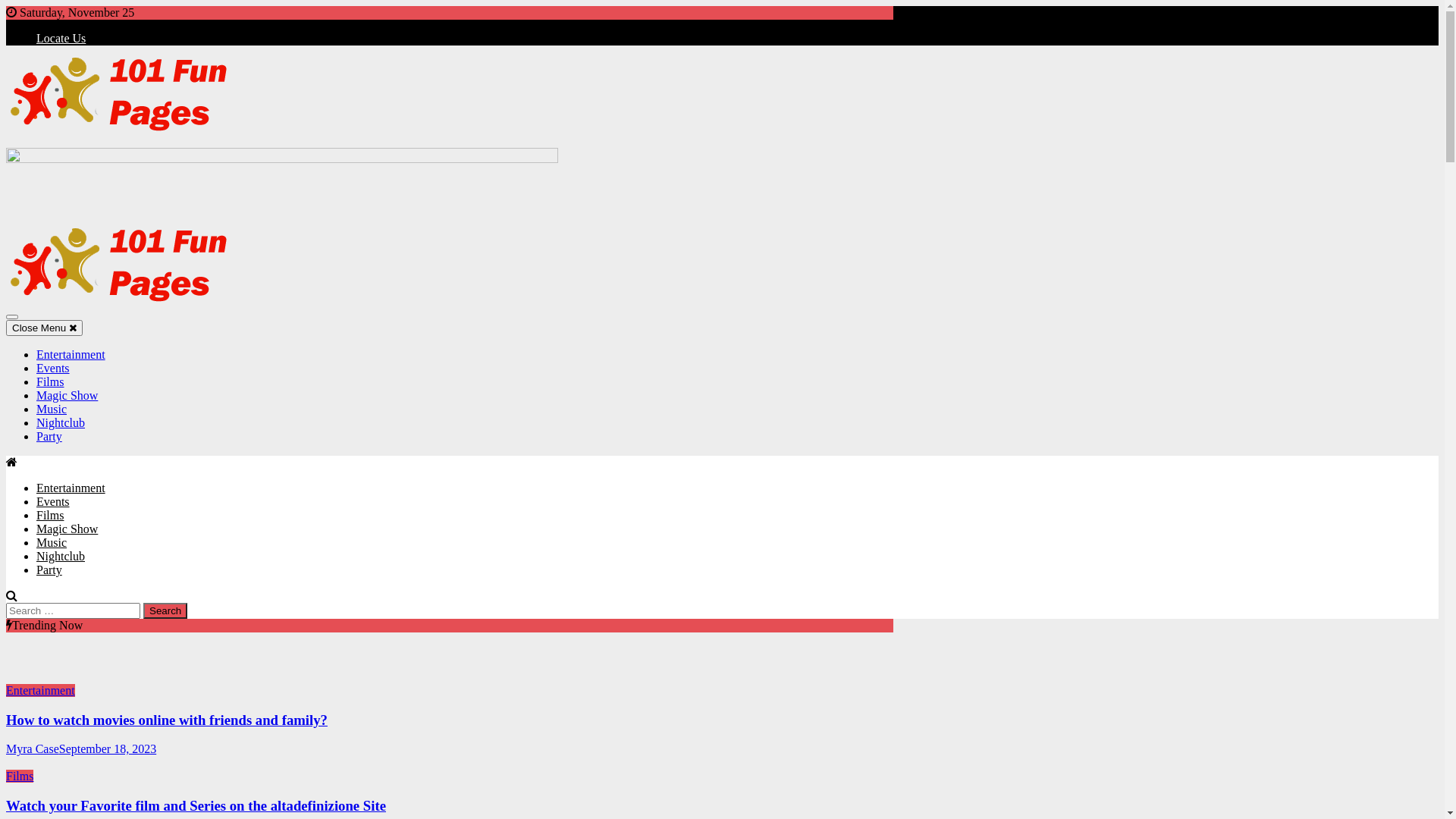 The height and width of the screenshot is (819, 1456). What do you see at coordinates (51, 541) in the screenshot?
I see `'Music'` at bounding box center [51, 541].